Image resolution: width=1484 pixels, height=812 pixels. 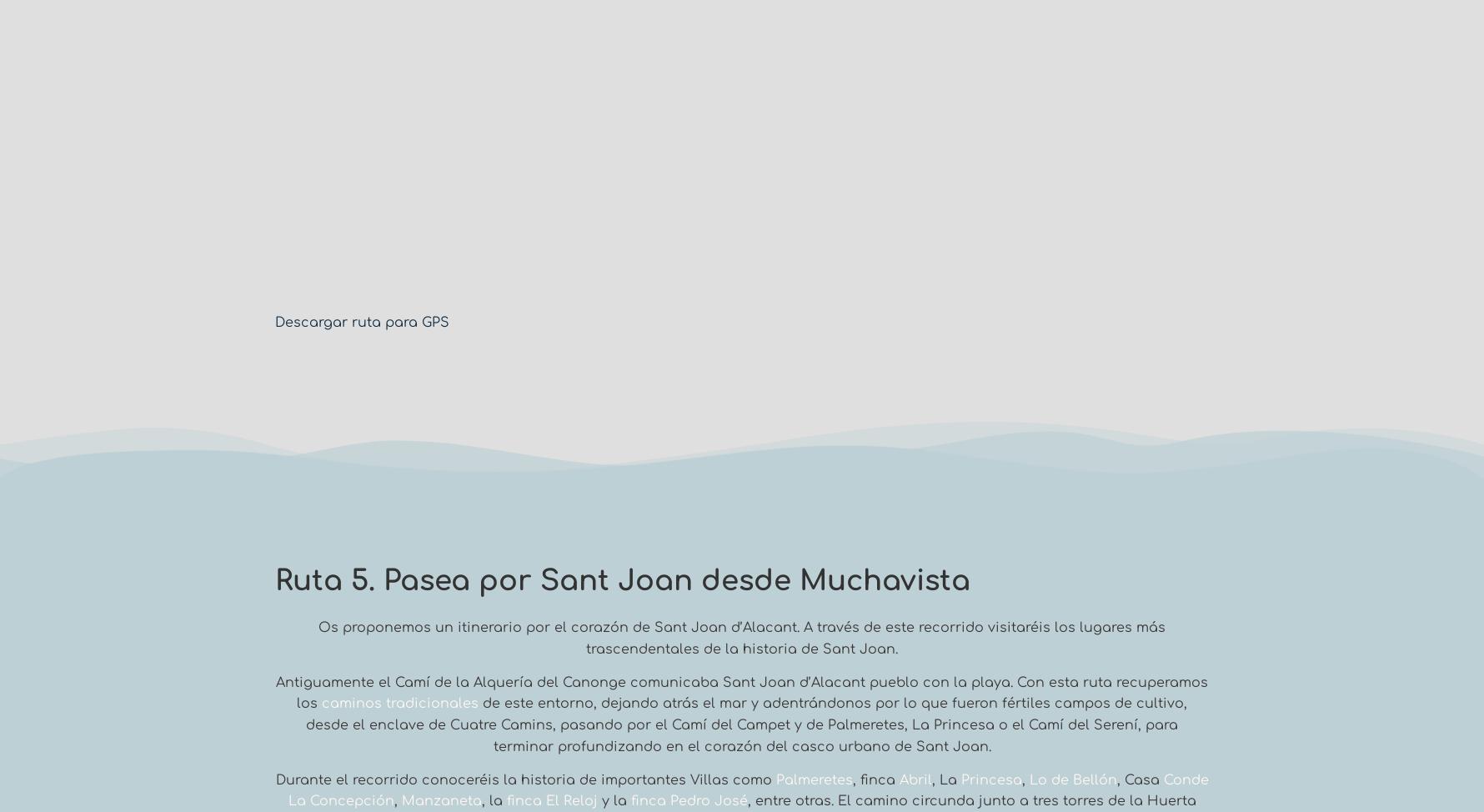 What do you see at coordinates (742, 637) in the screenshot?
I see `'Os proponemos un itinerario por el corazón de Sant Joan d’Alacant. A través de este recorrido visitaréis los lugares más trascendentales de la historia de Sant Joan.'` at bounding box center [742, 637].